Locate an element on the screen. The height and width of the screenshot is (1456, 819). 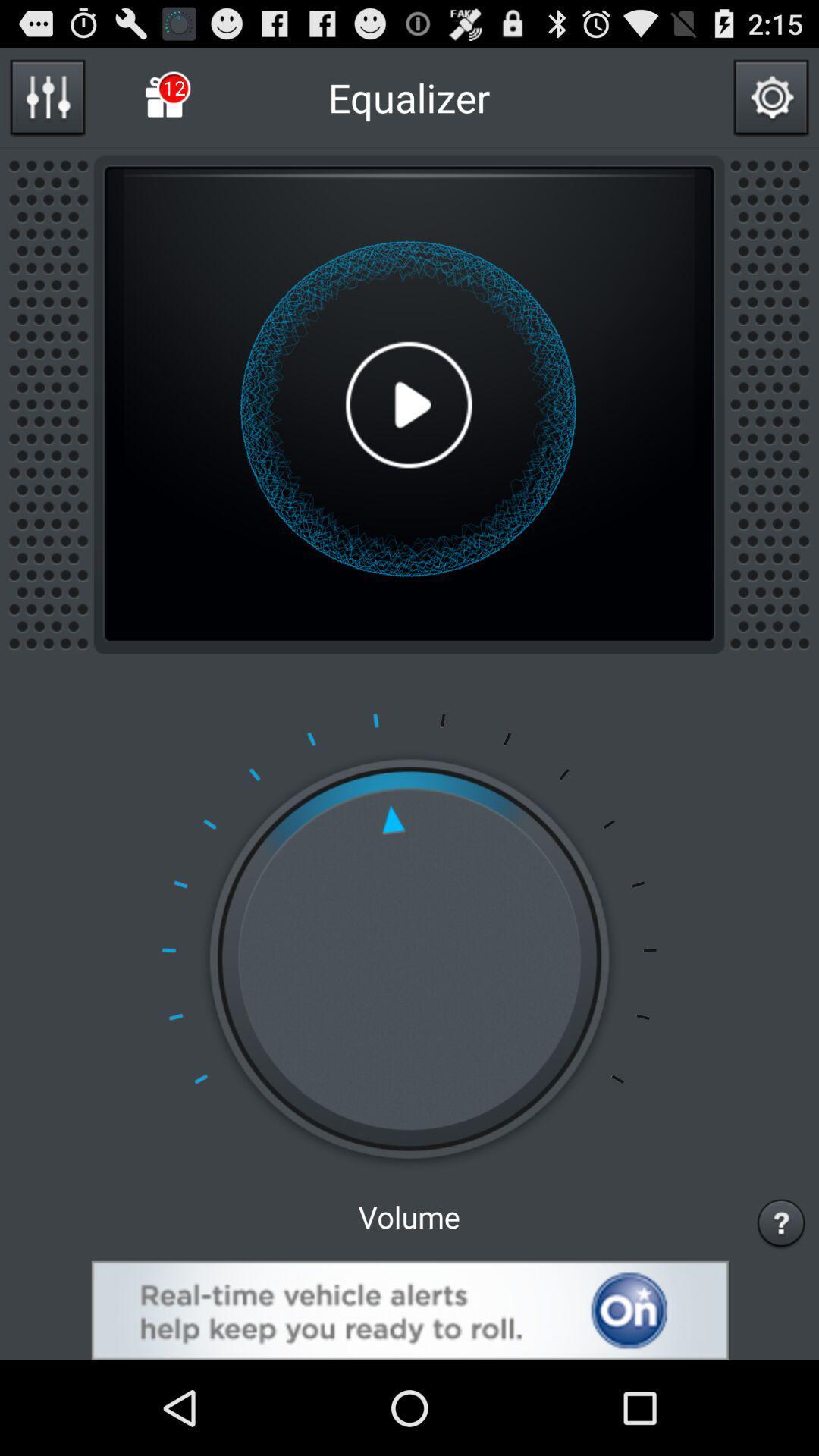
open equalizer option is located at coordinates (46, 96).